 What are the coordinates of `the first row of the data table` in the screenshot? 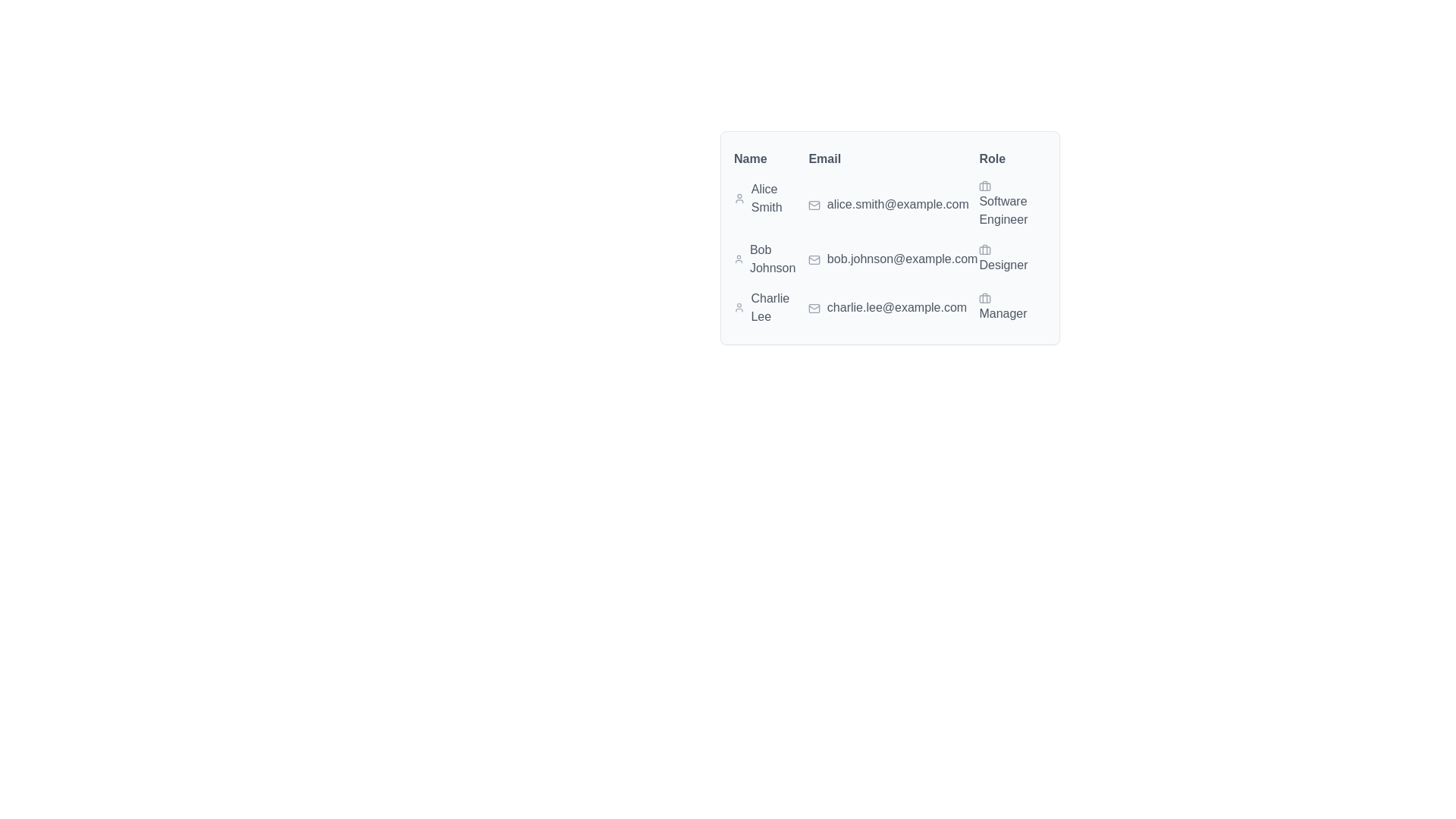 It's located at (890, 205).